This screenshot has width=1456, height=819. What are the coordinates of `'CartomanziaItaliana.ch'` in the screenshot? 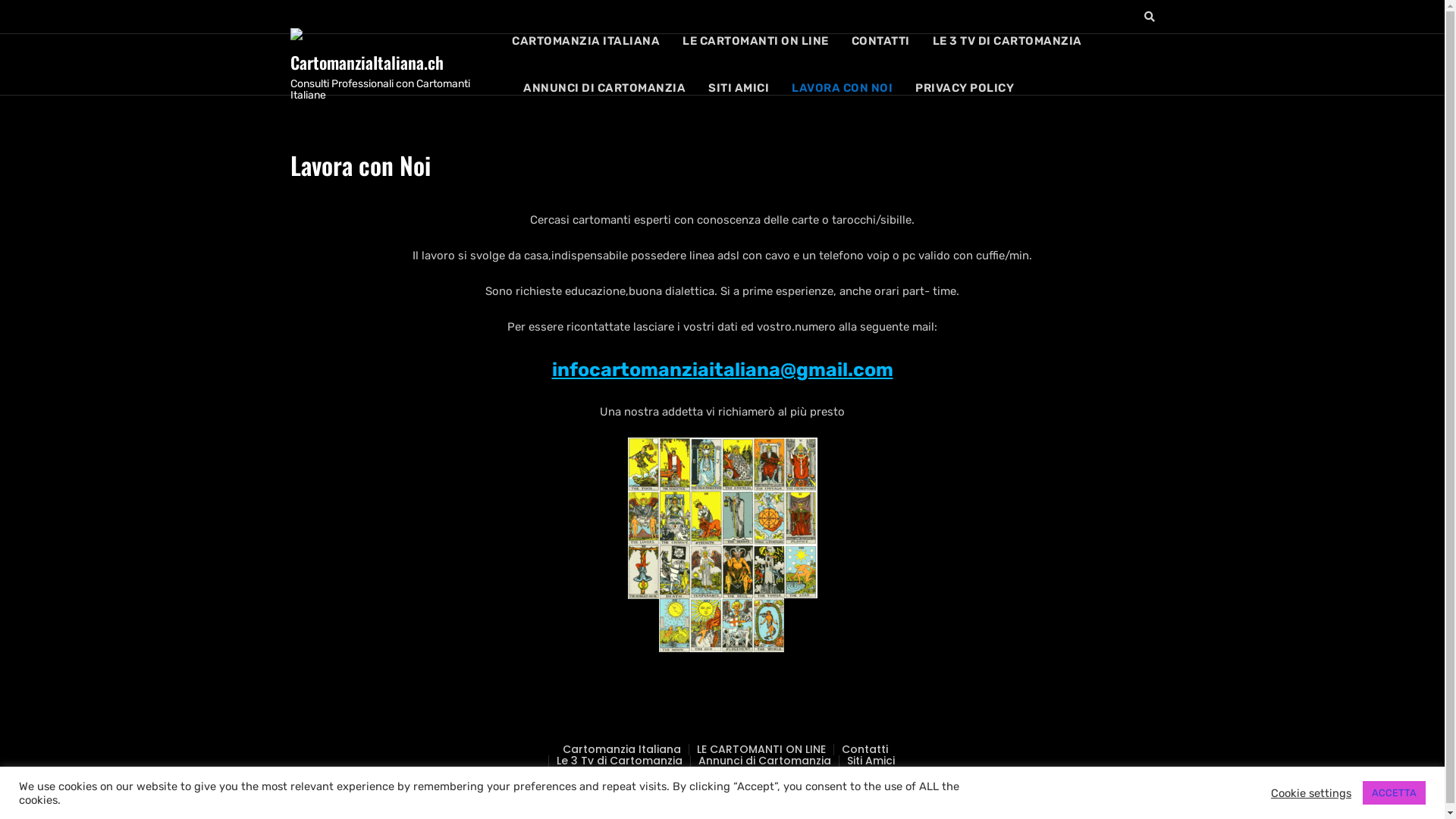 It's located at (366, 61).